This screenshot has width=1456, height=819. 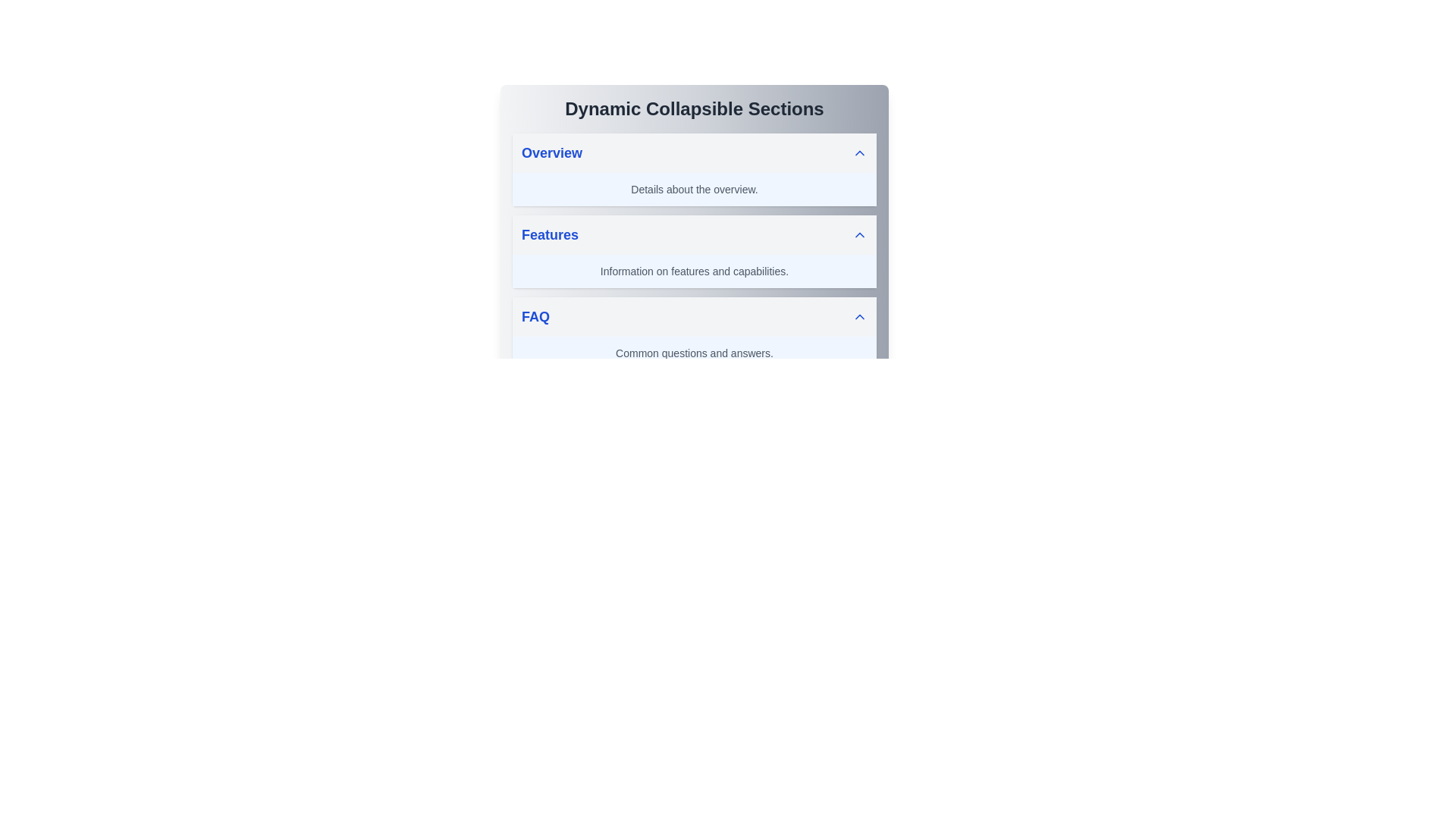 What do you see at coordinates (694, 250) in the screenshot?
I see `the Collapsible Section labeled 'Features'` at bounding box center [694, 250].